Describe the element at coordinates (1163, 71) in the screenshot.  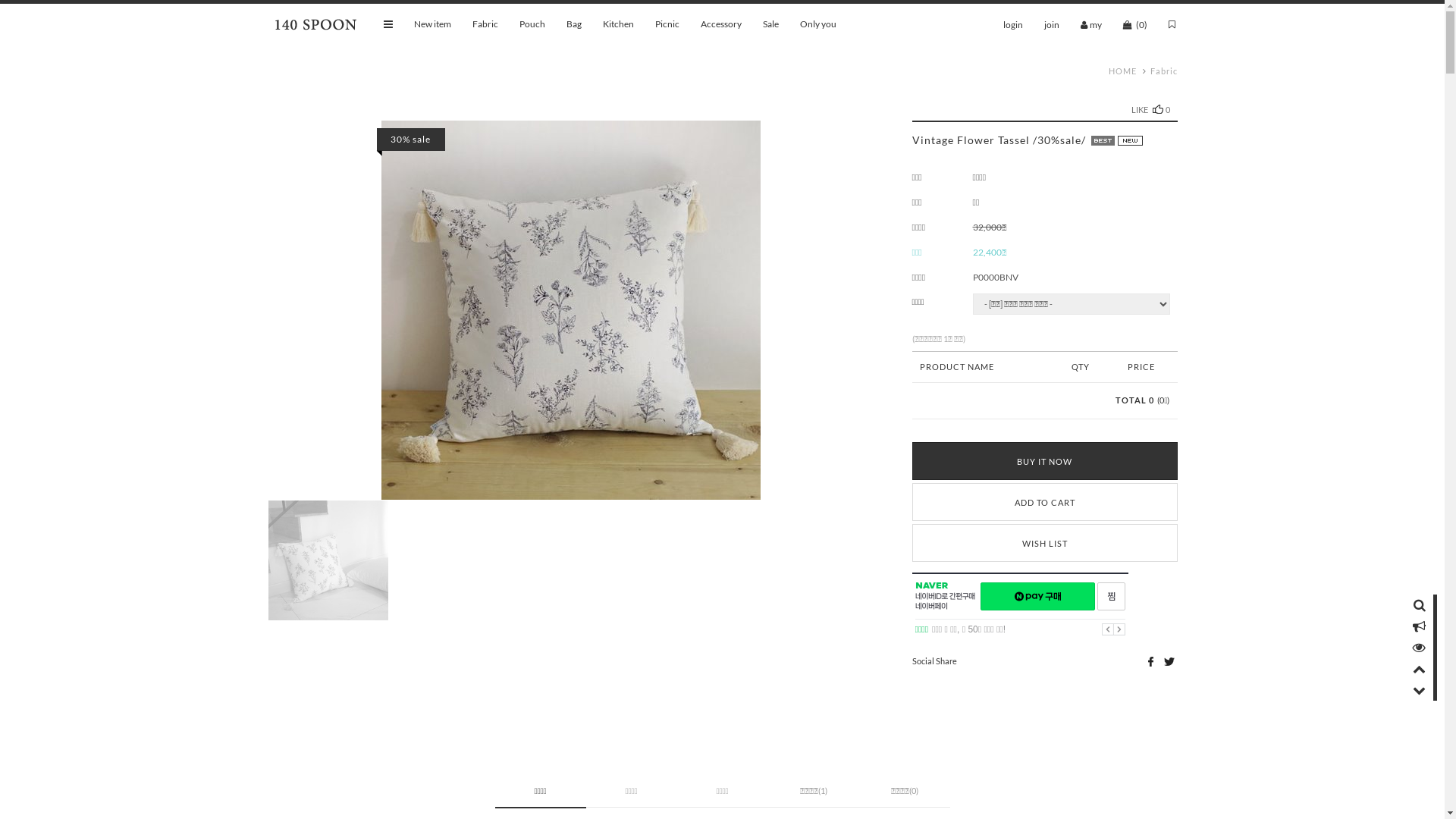
I see `'Fabric'` at that location.